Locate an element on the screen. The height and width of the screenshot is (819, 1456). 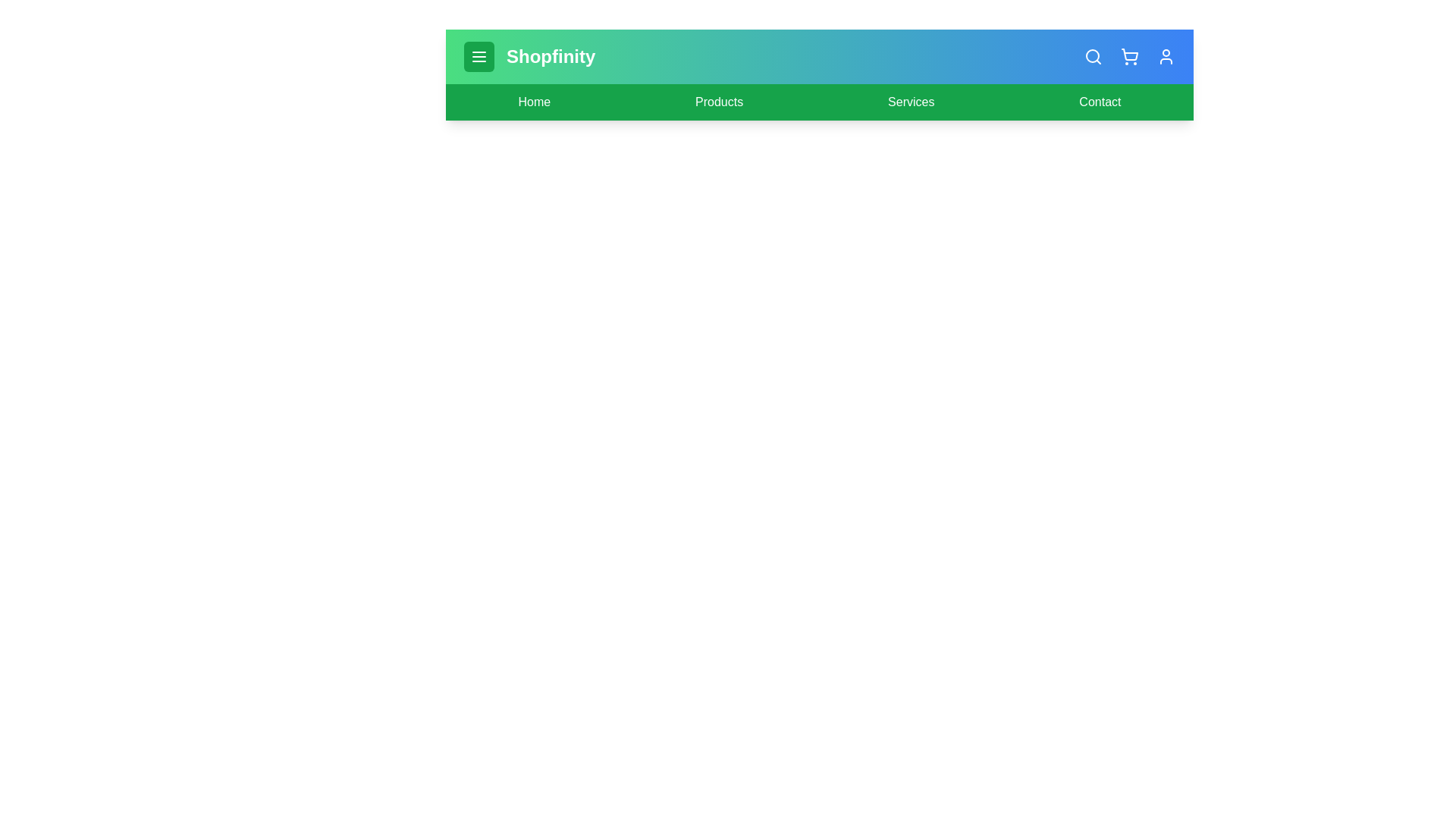
the 'Products' link to navigate to the Products page is located at coordinates (718, 102).